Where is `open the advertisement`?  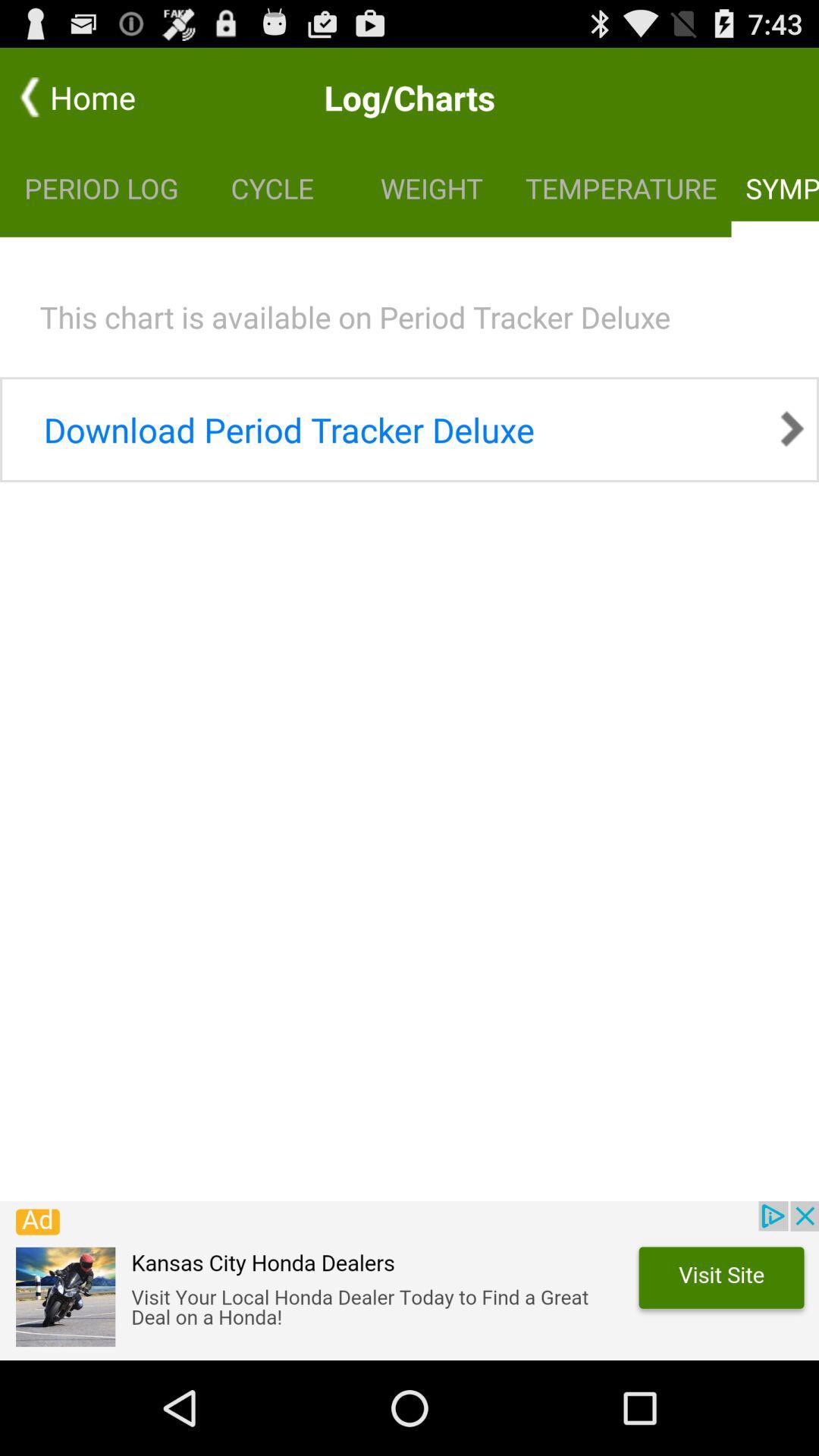
open the advertisement is located at coordinates (409, 1280).